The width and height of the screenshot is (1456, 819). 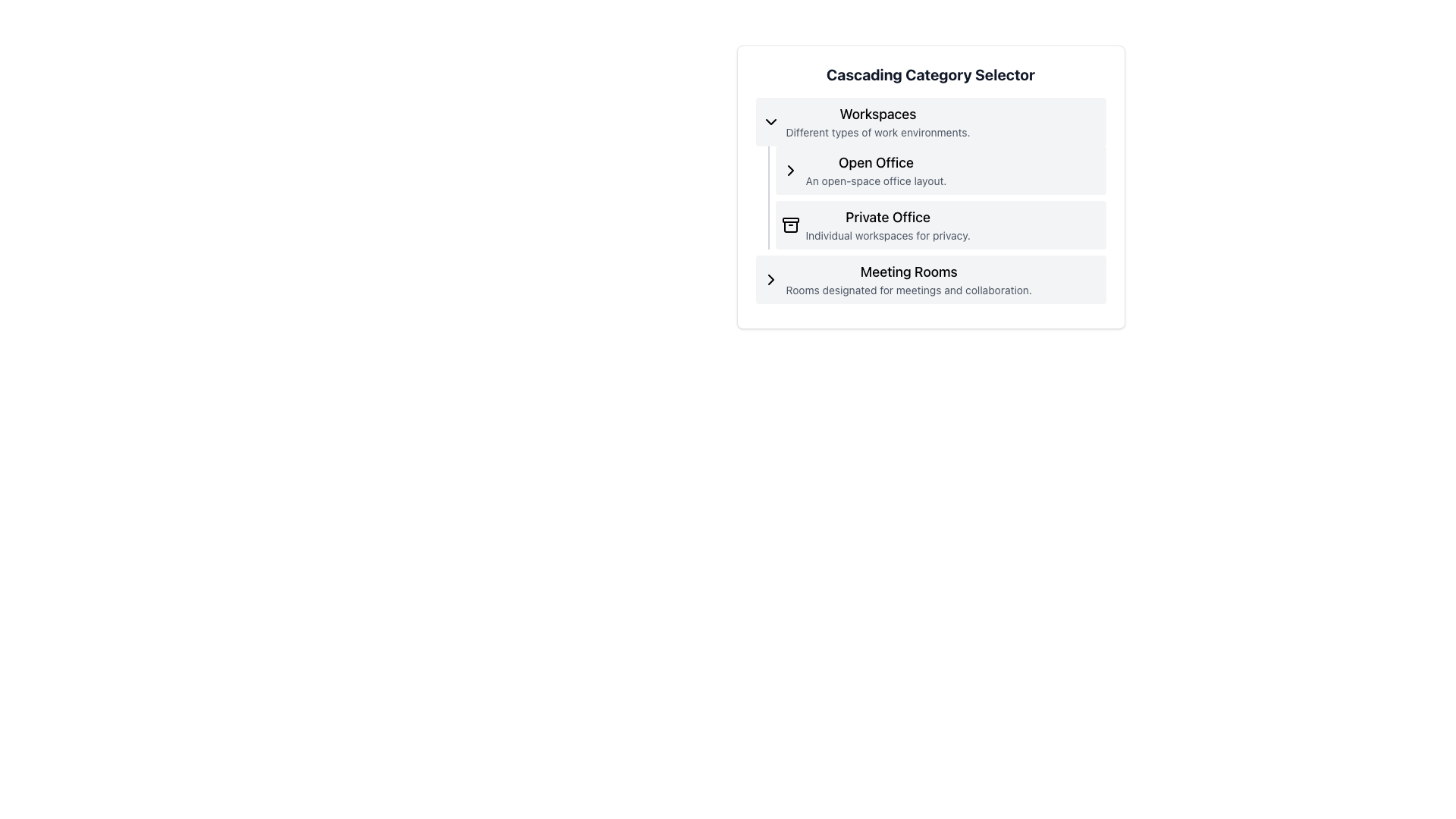 What do you see at coordinates (930, 172) in the screenshot?
I see `the individual item within the second row of the list that contains information about open office and private office workspaces` at bounding box center [930, 172].